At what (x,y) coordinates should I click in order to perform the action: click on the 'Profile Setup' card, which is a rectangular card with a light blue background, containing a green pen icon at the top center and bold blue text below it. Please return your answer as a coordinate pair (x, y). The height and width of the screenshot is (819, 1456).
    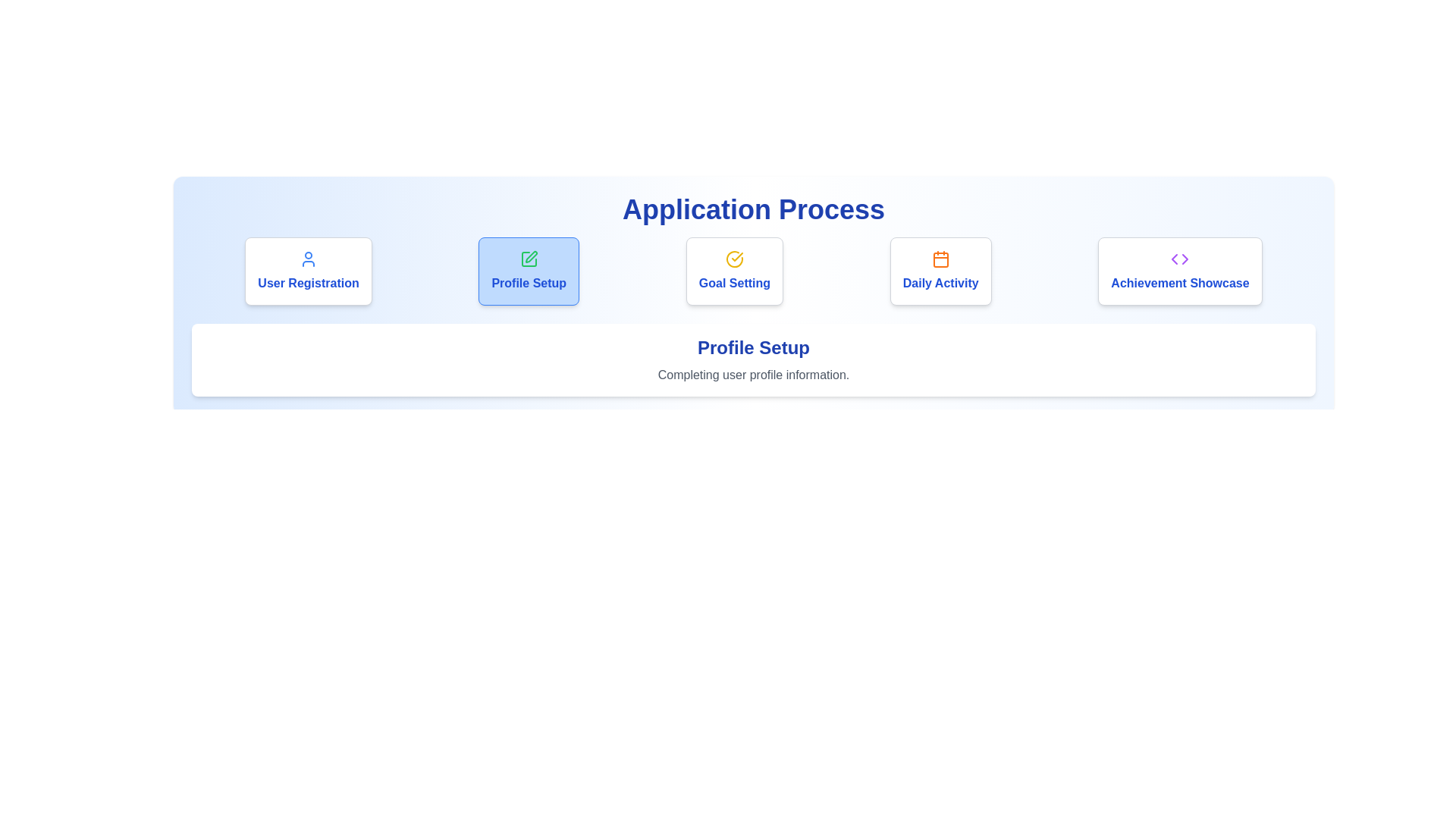
    Looking at the image, I should click on (529, 271).